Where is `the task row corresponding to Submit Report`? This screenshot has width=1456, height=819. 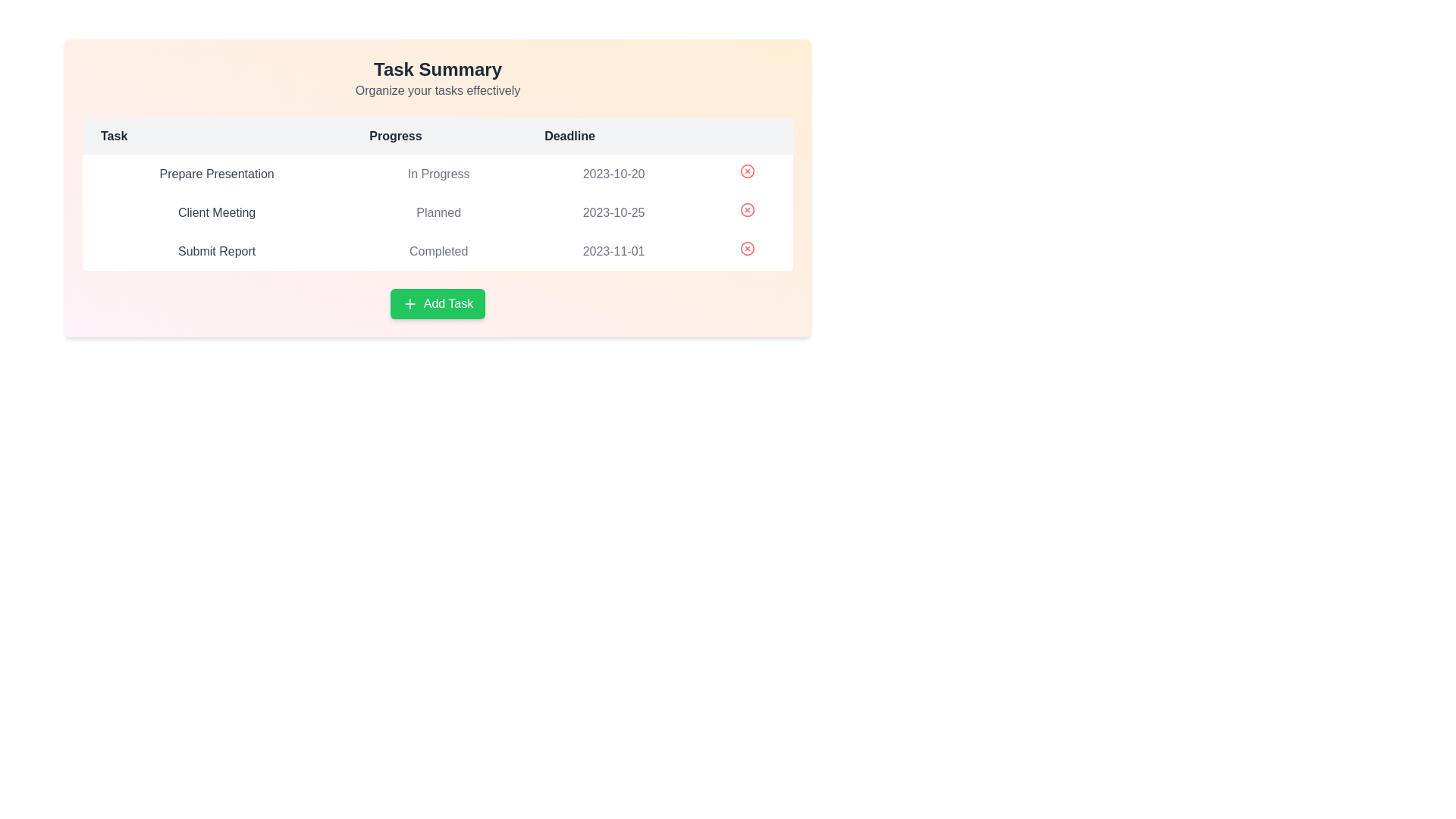
the task row corresponding to Submit Report is located at coordinates (437, 250).